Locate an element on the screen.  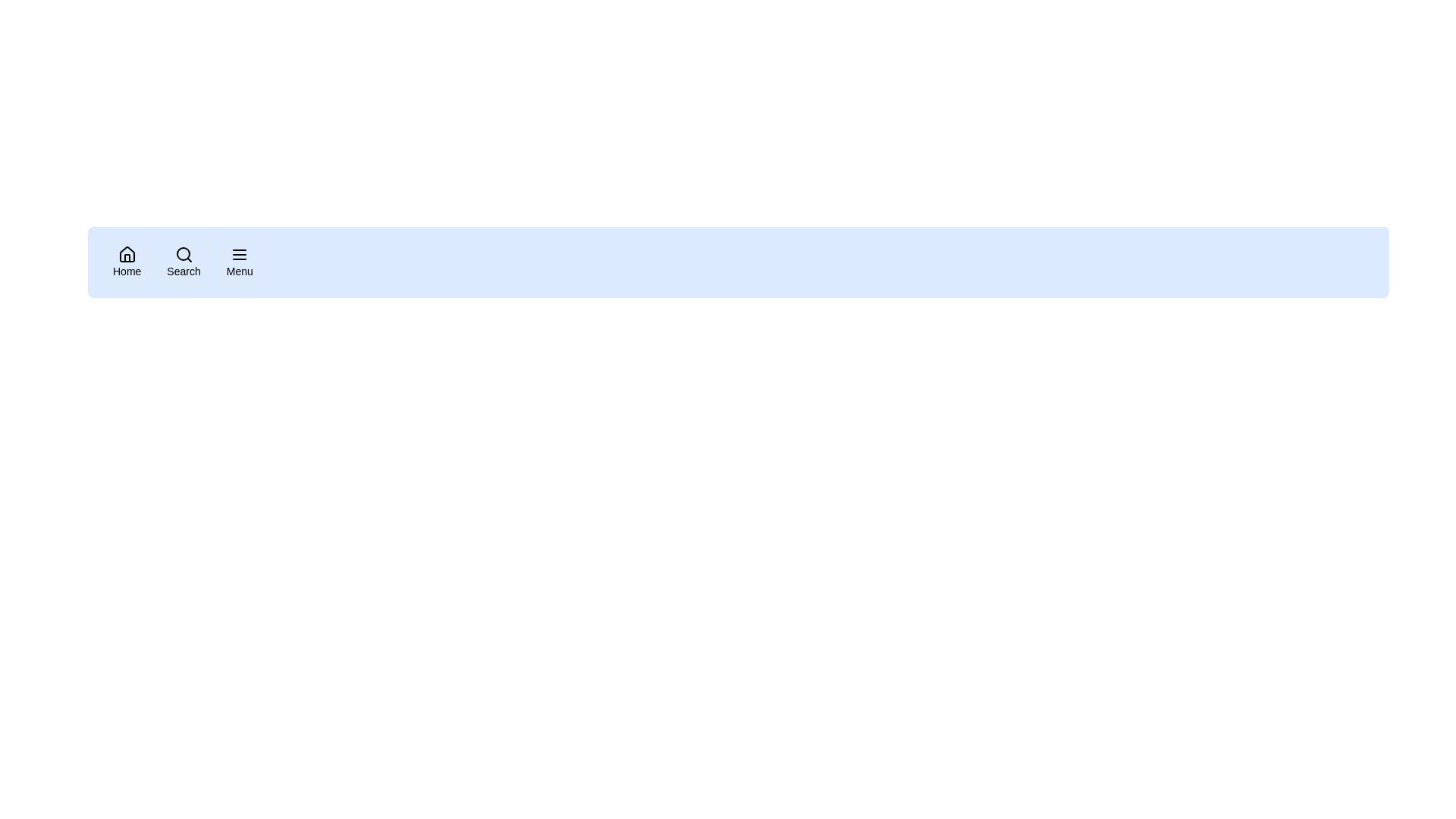
the home icon, which is a graphical outline of a house located on the leftmost side of the navigation bar is located at coordinates (127, 253).